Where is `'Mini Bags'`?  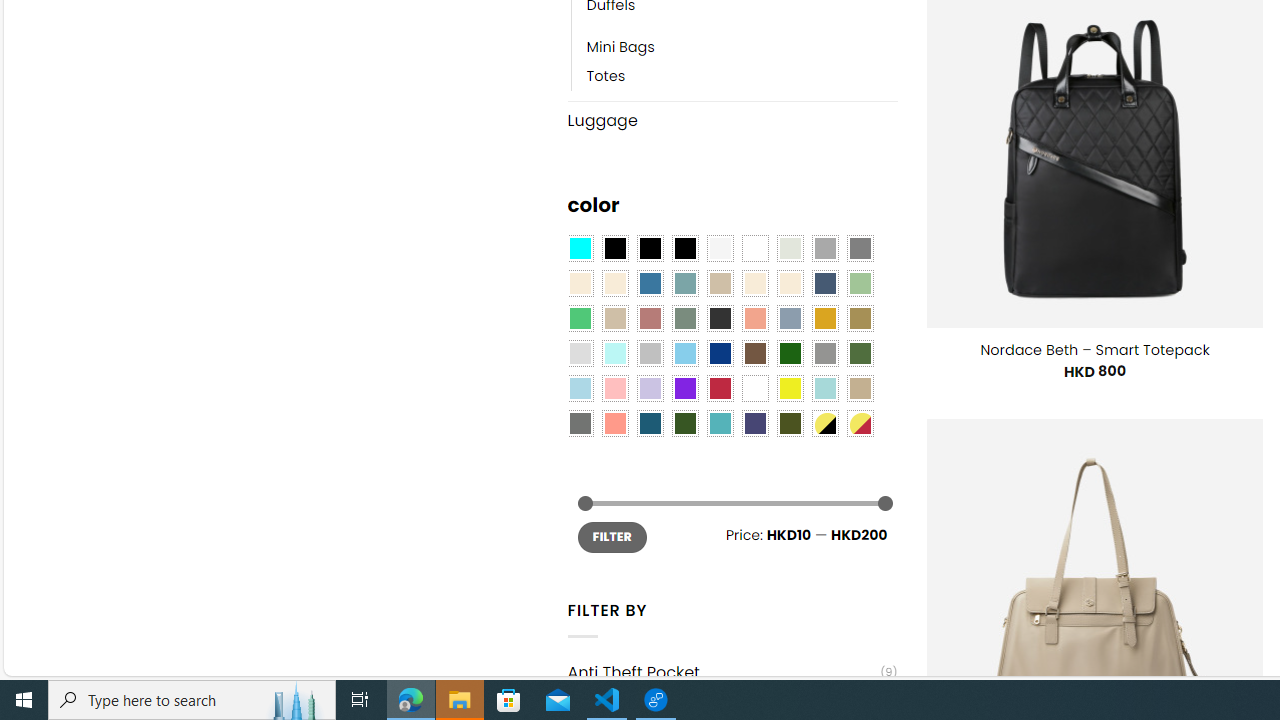
'Mini Bags' is located at coordinates (741, 47).